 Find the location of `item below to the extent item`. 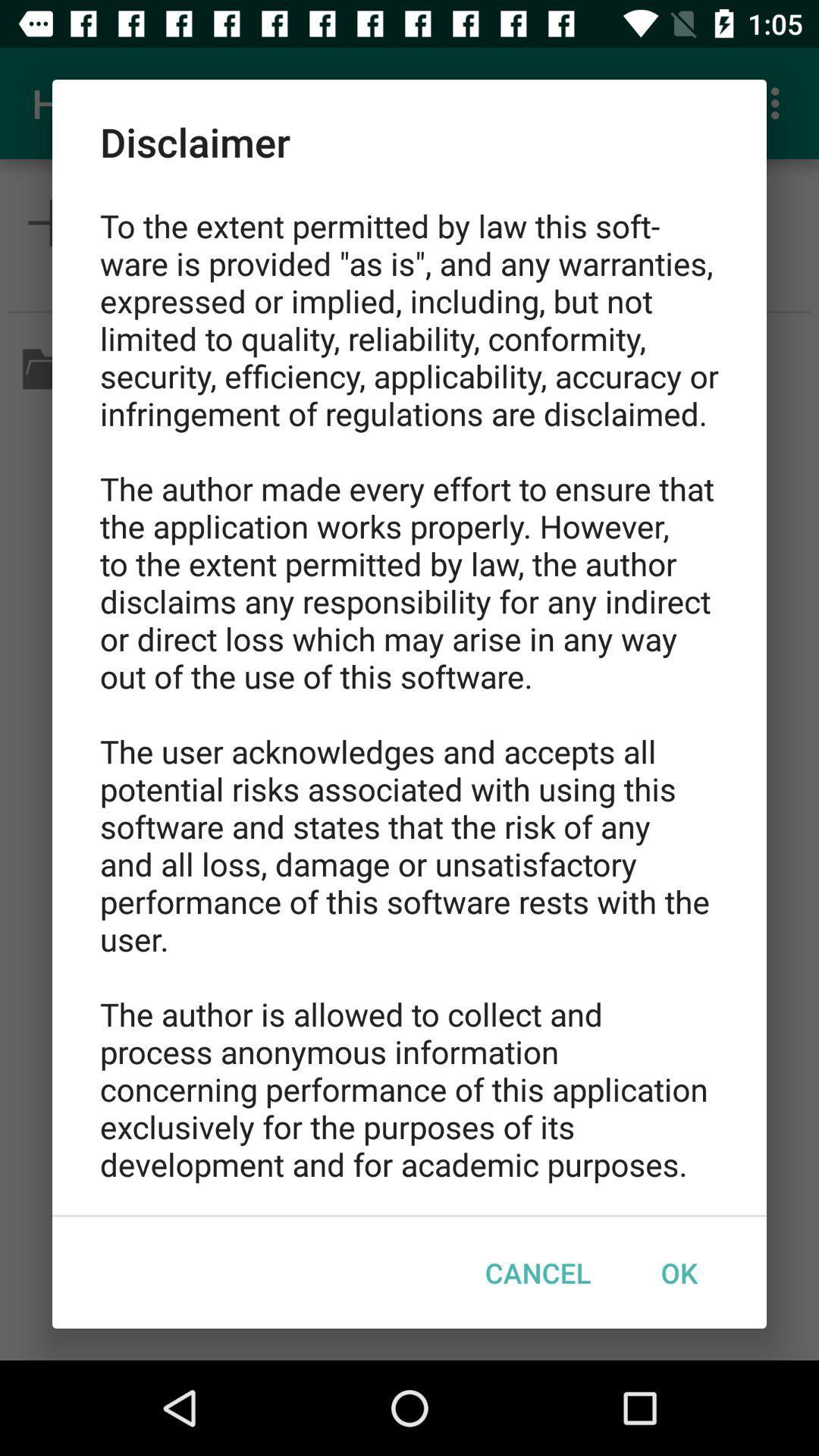

item below to the extent item is located at coordinates (678, 1272).